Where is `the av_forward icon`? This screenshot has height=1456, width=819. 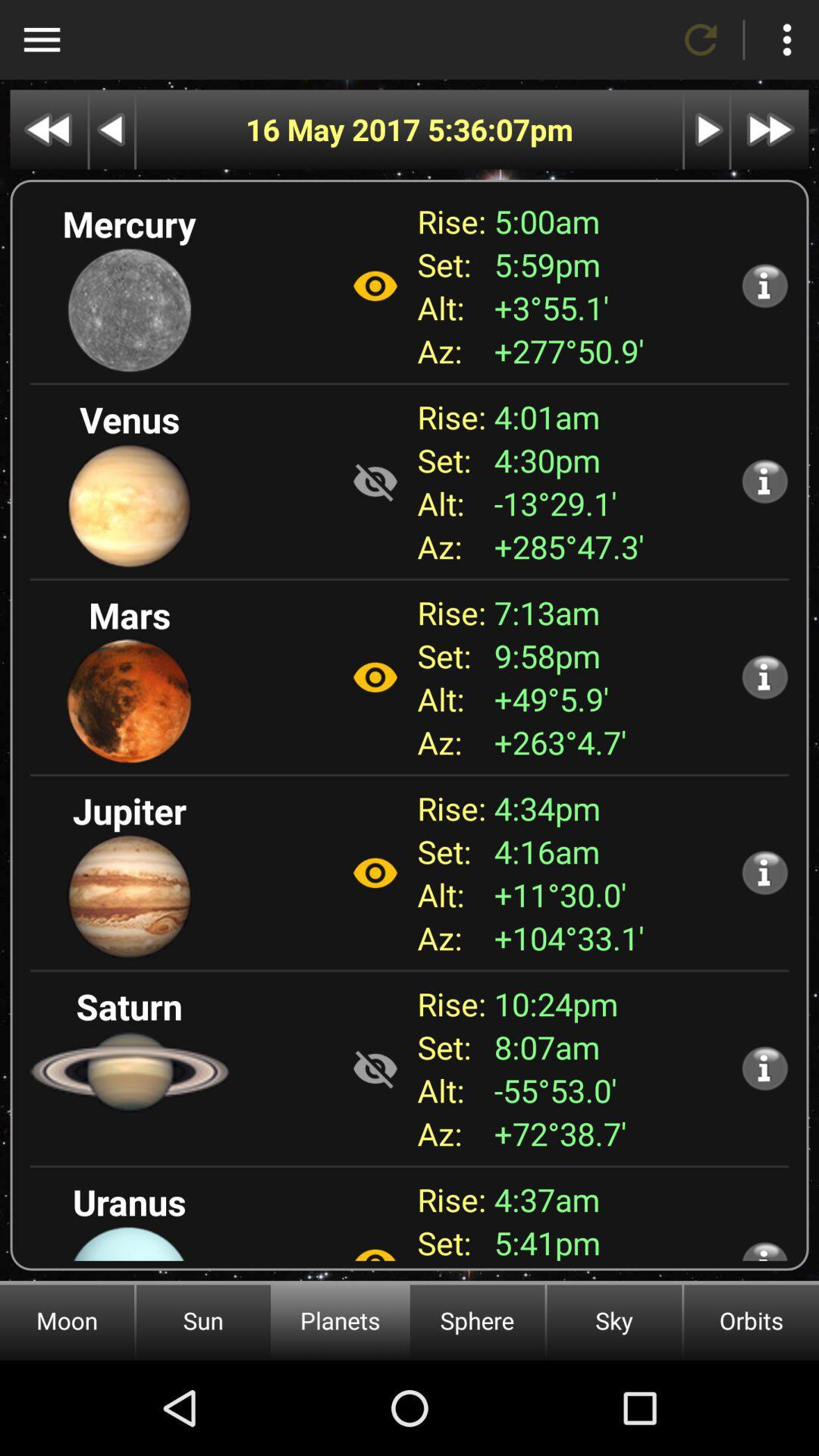
the av_forward icon is located at coordinates (770, 130).